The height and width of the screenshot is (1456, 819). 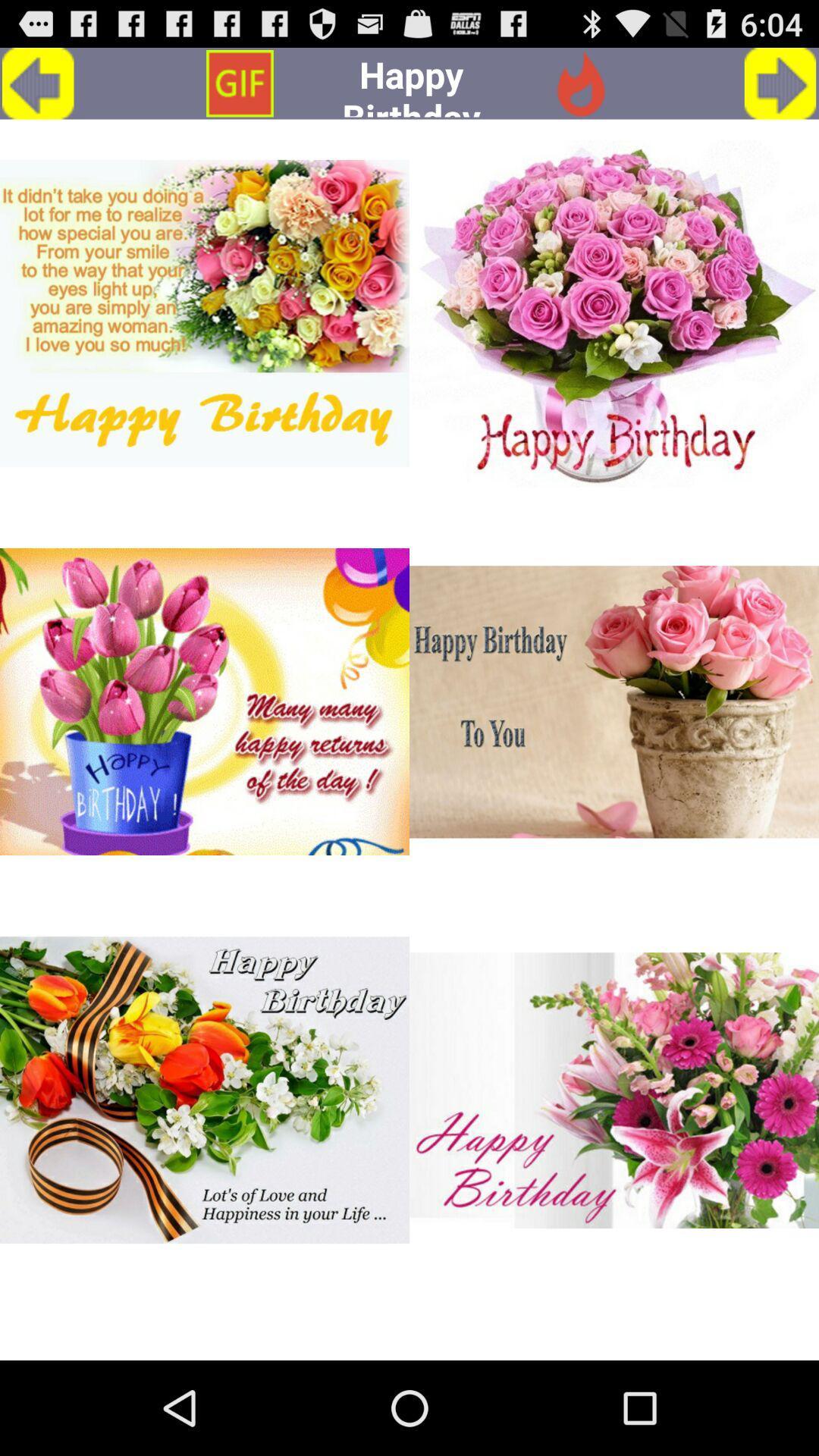 I want to click on card image option, so click(x=614, y=312).